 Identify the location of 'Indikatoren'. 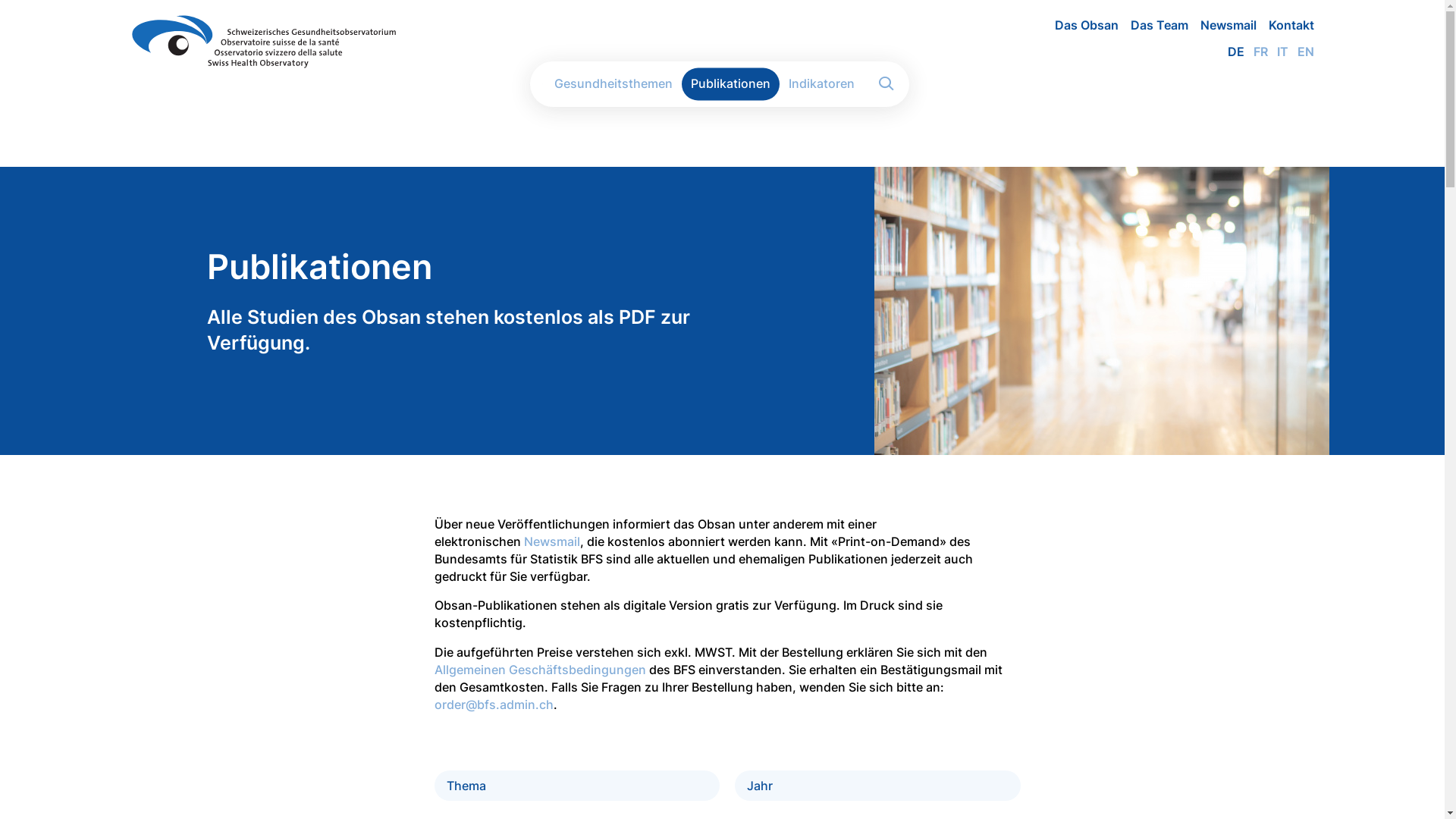
(821, 83).